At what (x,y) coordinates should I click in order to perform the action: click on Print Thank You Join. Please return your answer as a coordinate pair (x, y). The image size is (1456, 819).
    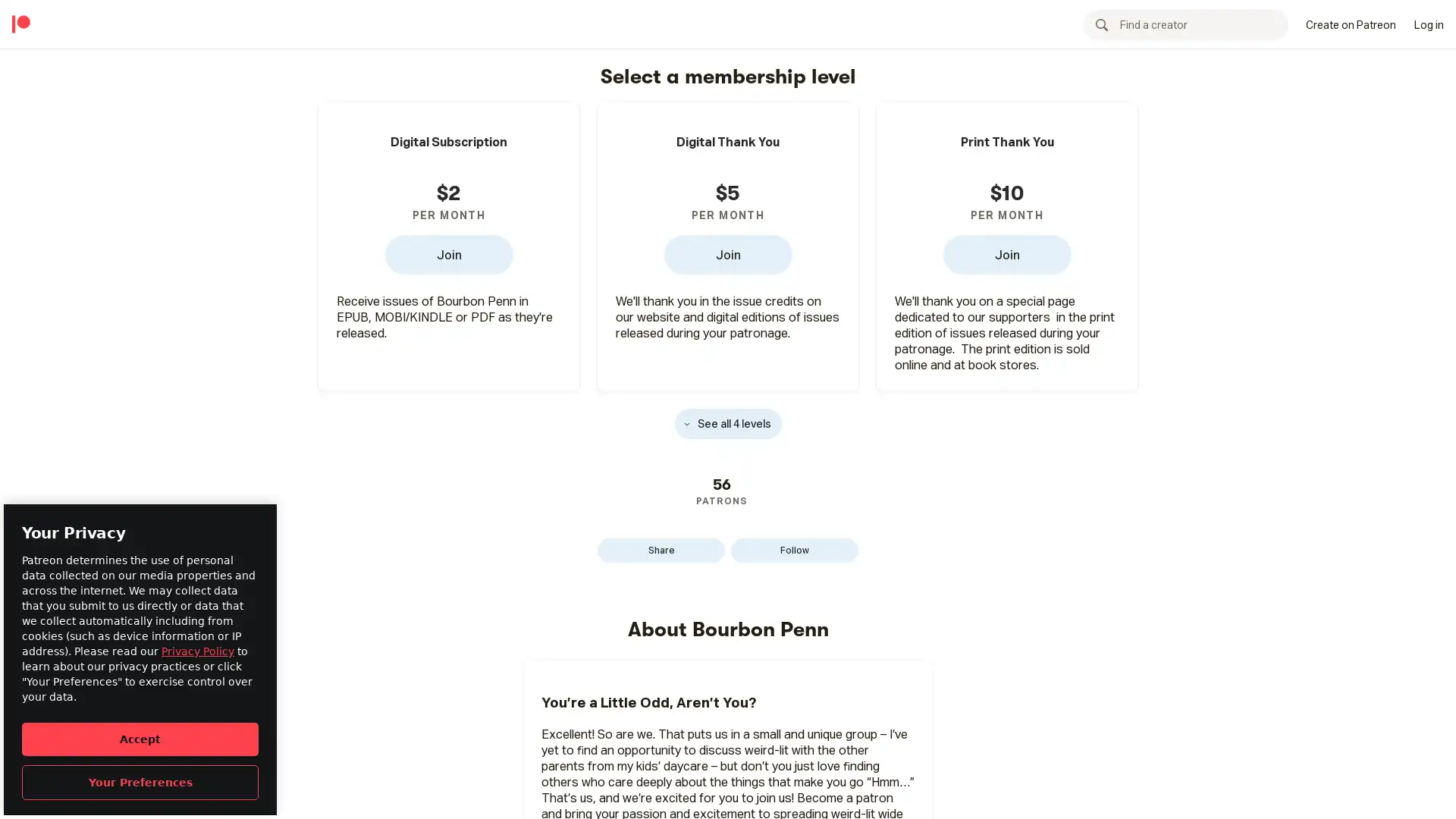
    Looking at the image, I should click on (1006, 253).